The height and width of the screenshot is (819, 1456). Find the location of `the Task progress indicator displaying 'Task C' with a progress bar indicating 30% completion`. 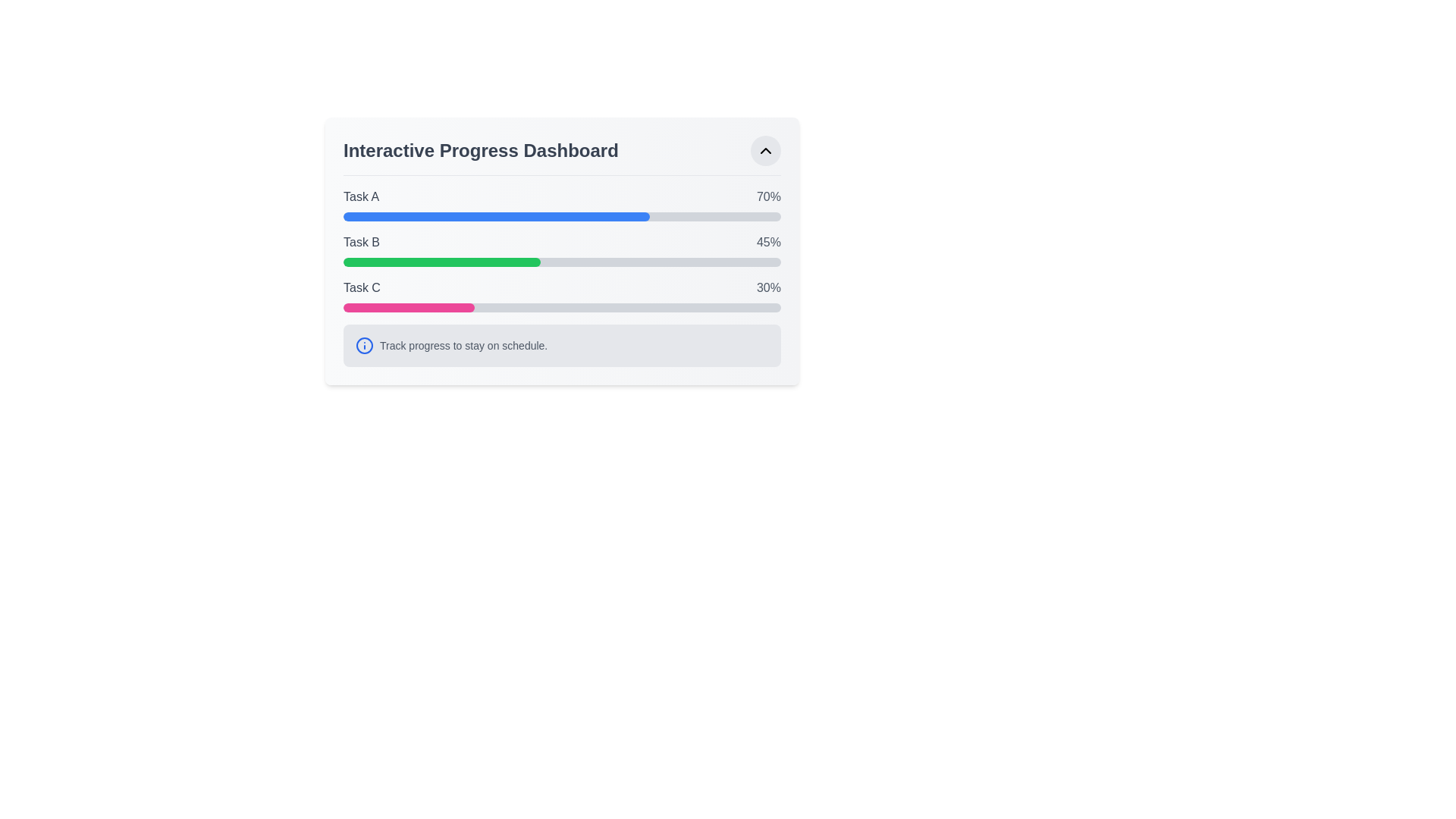

the Task progress indicator displaying 'Task C' with a progress bar indicating 30% completion is located at coordinates (561, 295).